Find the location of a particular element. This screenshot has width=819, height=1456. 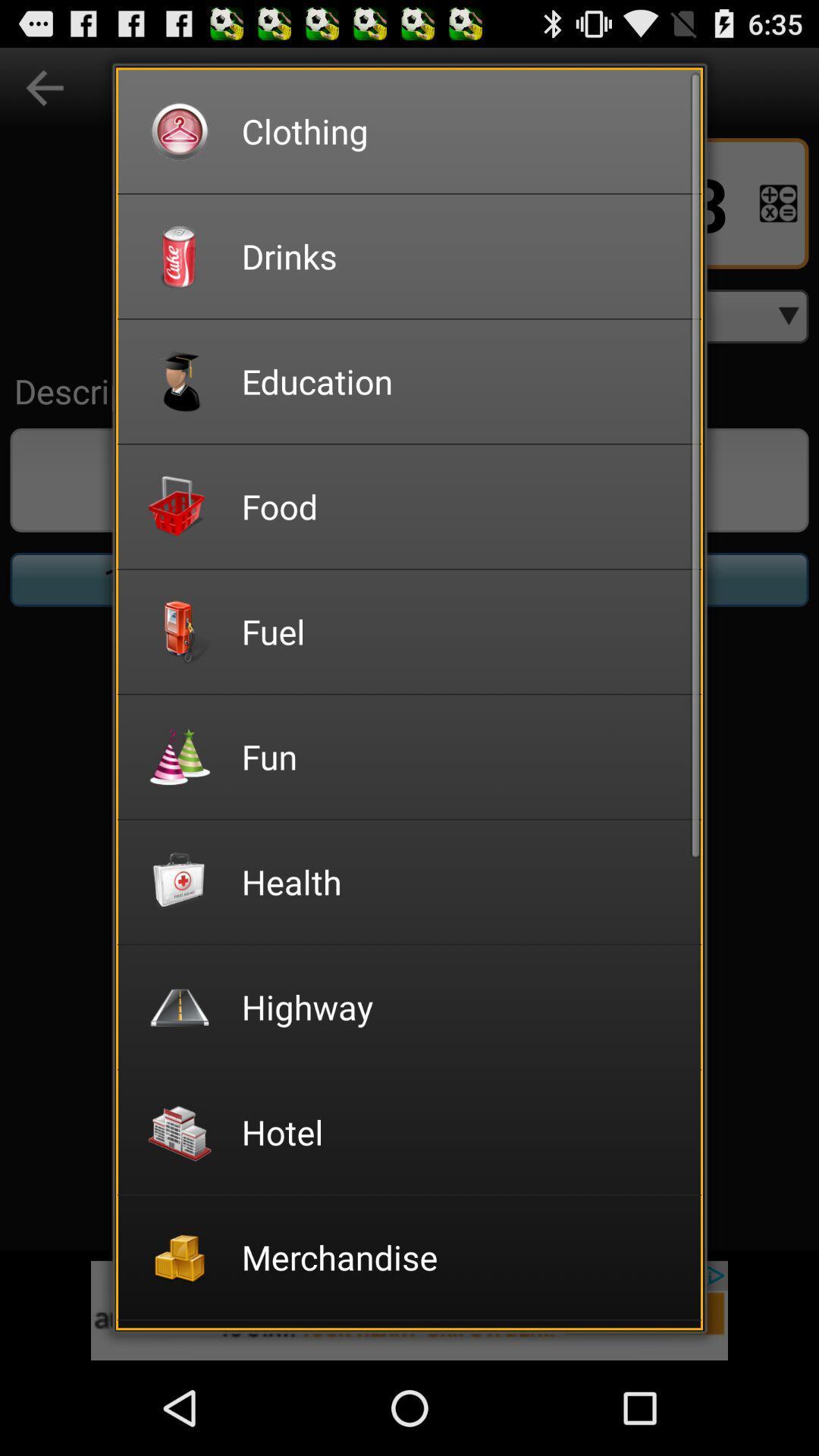

the food icon is located at coordinates (460, 506).